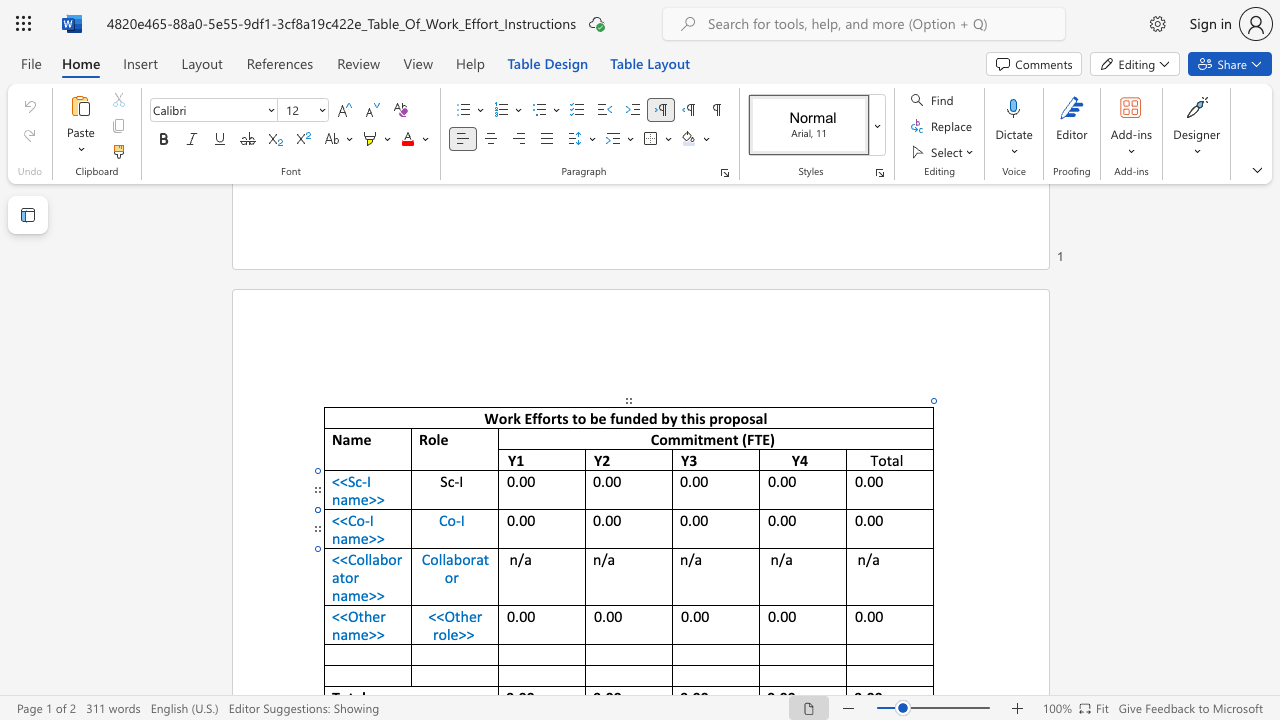 The image size is (1280, 720). Describe the element at coordinates (368, 594) in the screenshot. I see `the space between the continuous character "e" and ">" in the text` at that location.